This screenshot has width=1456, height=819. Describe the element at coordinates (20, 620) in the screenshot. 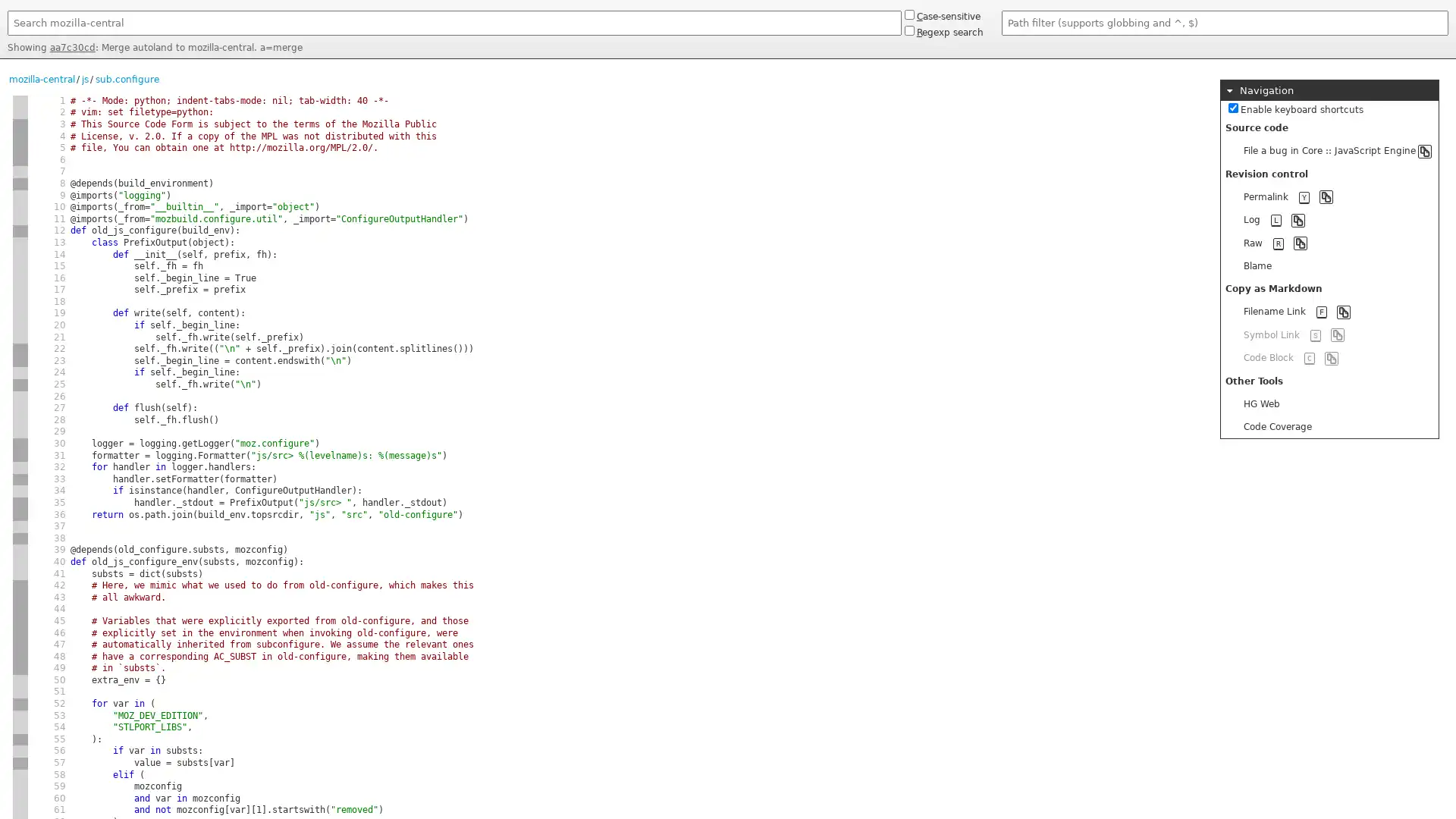

I see `same hash 2` at that location.